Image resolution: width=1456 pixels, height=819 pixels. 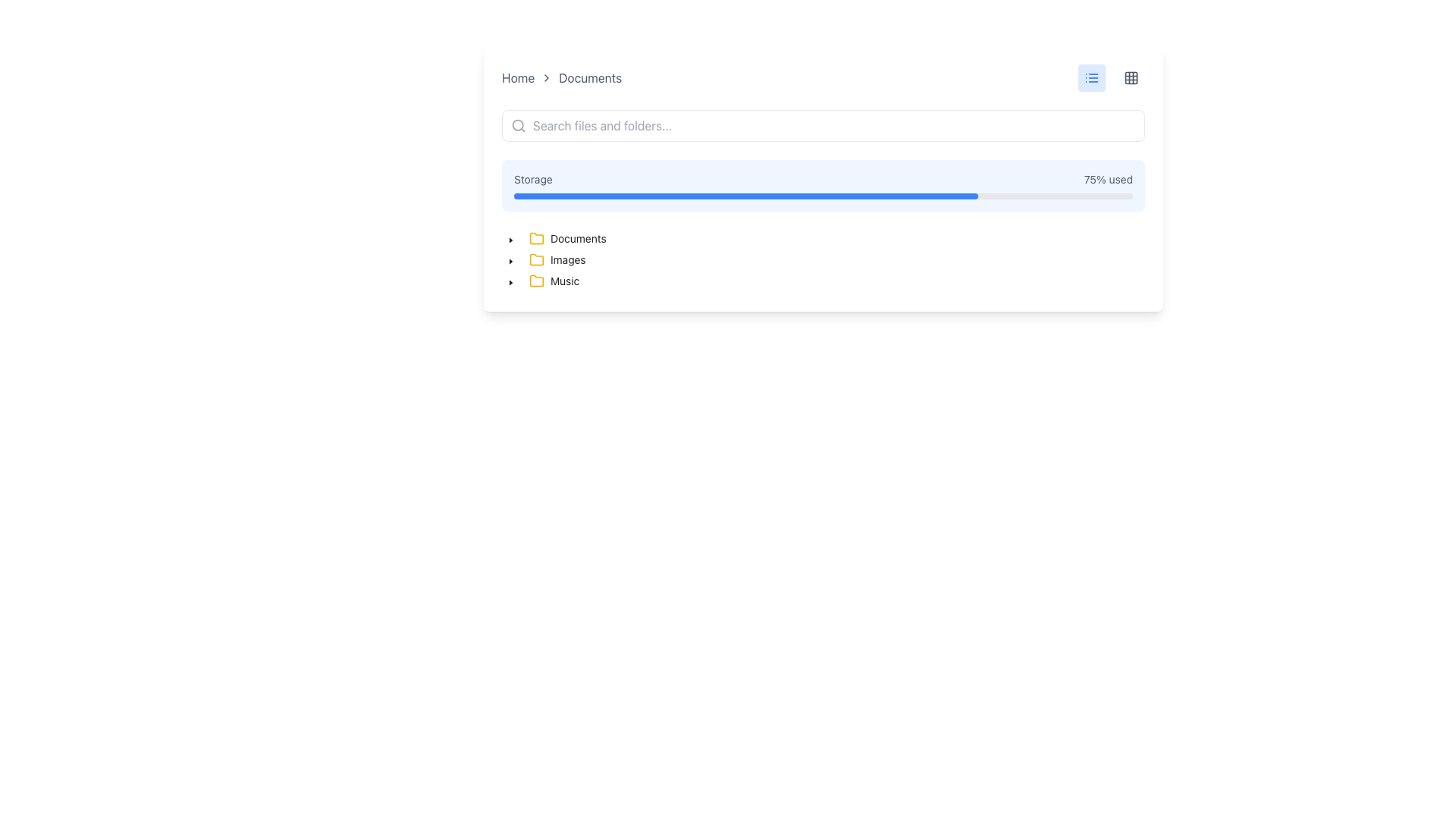 What do you see at coordinates (554, 281) in the screenshot?
I see `the 'Music' folder entry in the file explorer` at bounding box center [554, 281].